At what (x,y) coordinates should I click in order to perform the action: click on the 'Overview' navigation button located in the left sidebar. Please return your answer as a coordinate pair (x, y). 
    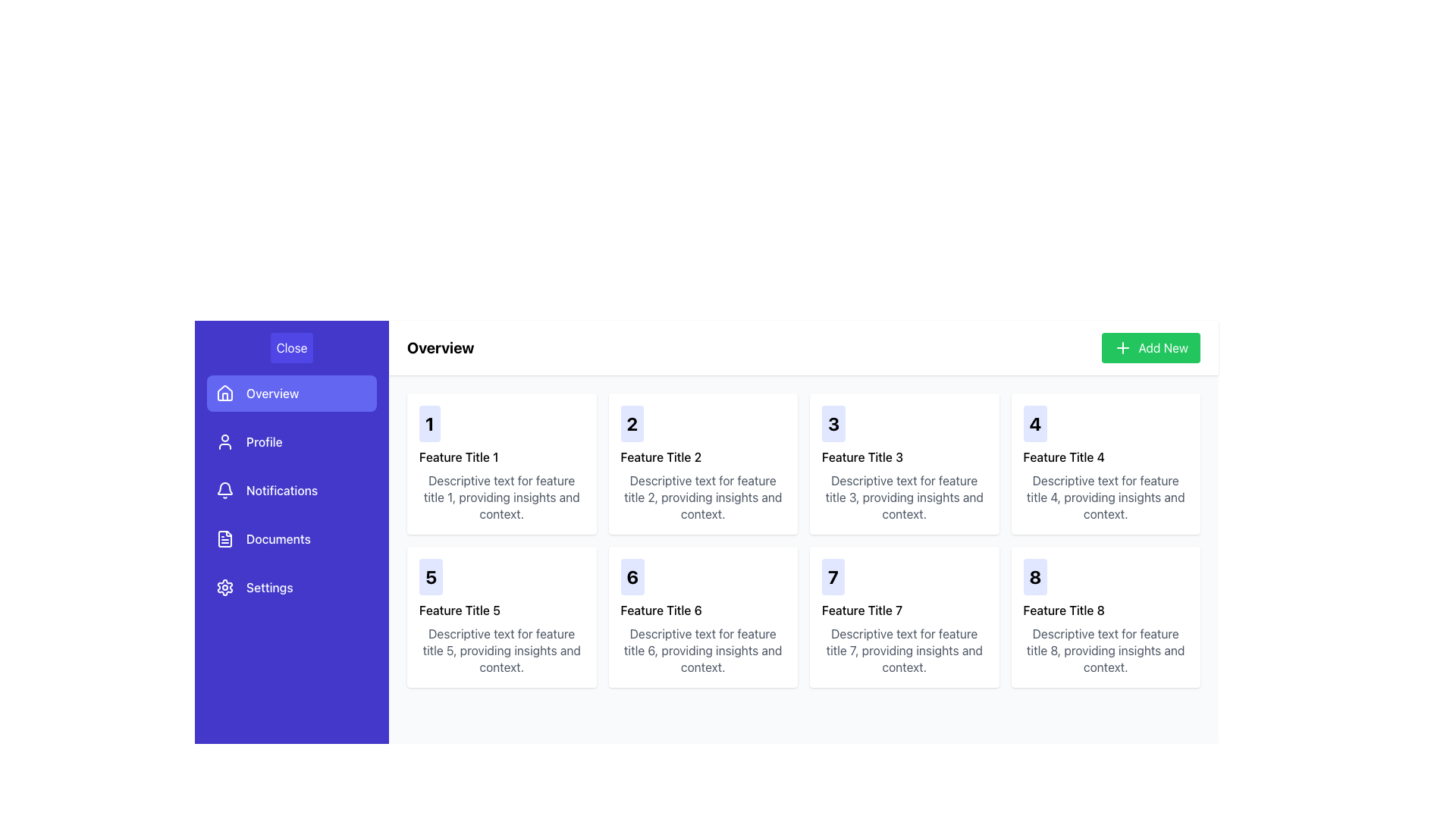
    Looking at the image, I should click on (291, 393).